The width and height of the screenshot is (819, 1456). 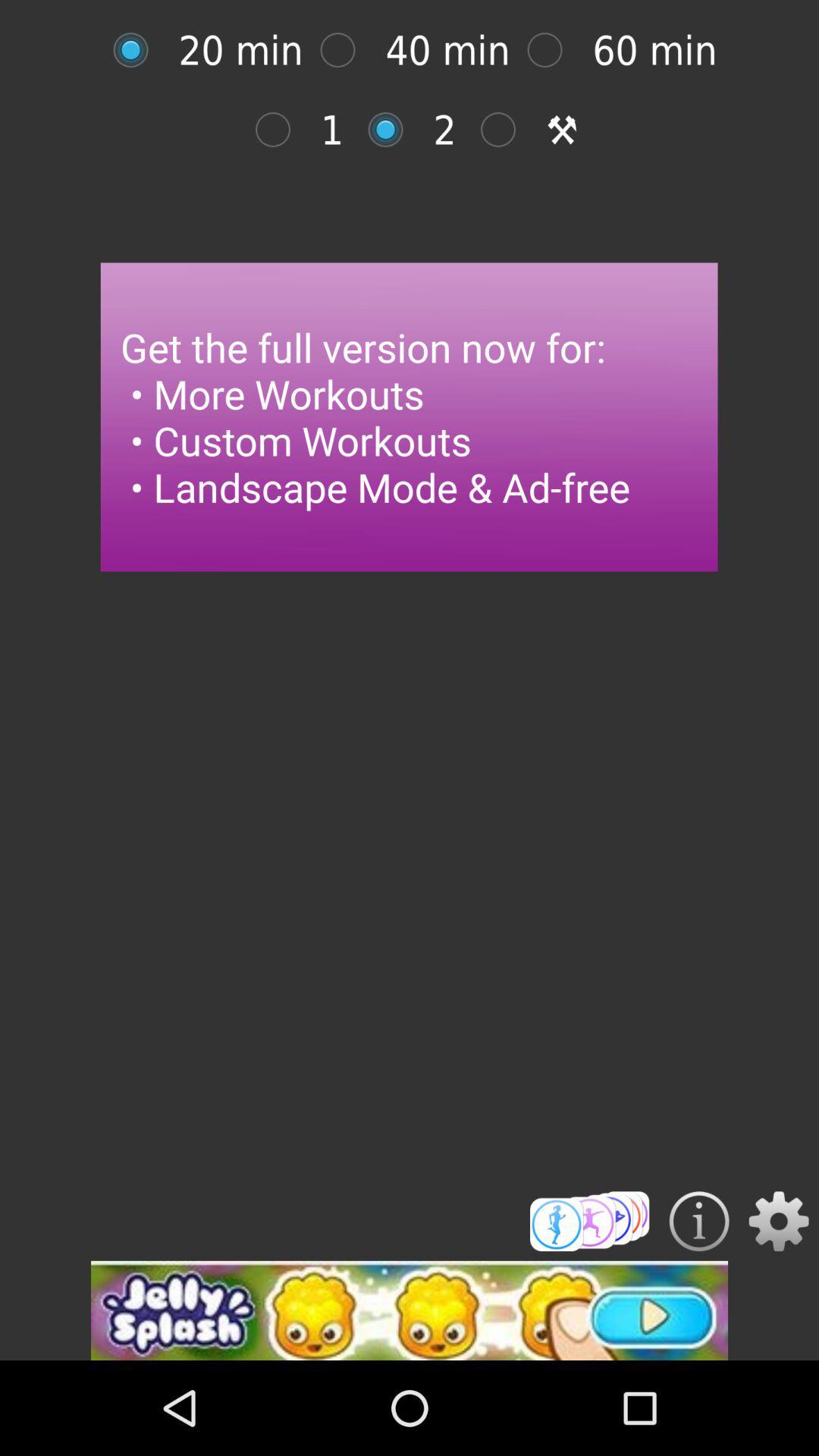 What do you see at coordinates (281, 130) in the screenshot?
I see `1` at bounding box center [281, 130].